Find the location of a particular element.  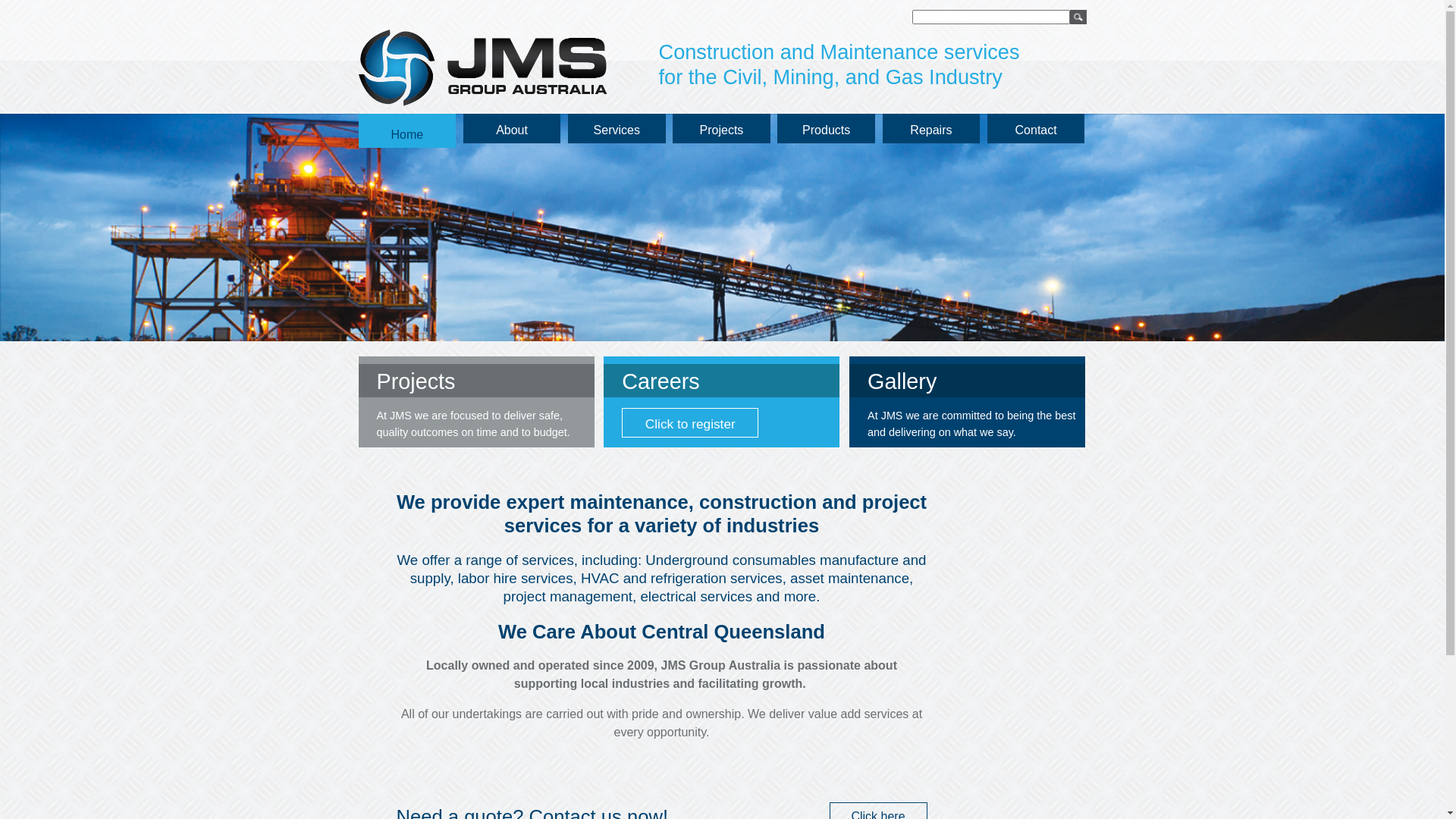

'About' is located at coordinates (512, 127).